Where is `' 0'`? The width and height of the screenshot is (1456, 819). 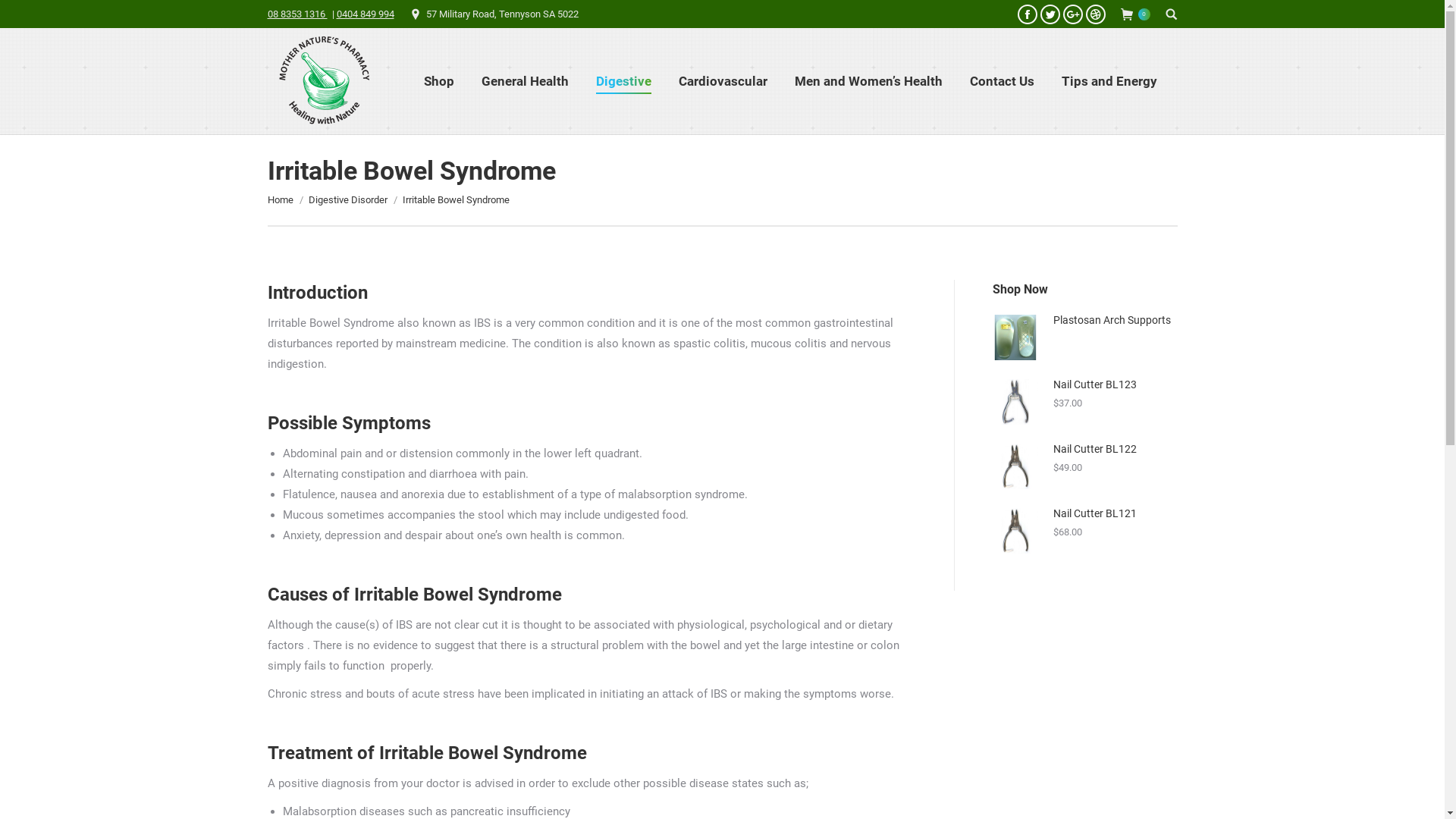 ' 0' is located at coordinates (1135, 14).